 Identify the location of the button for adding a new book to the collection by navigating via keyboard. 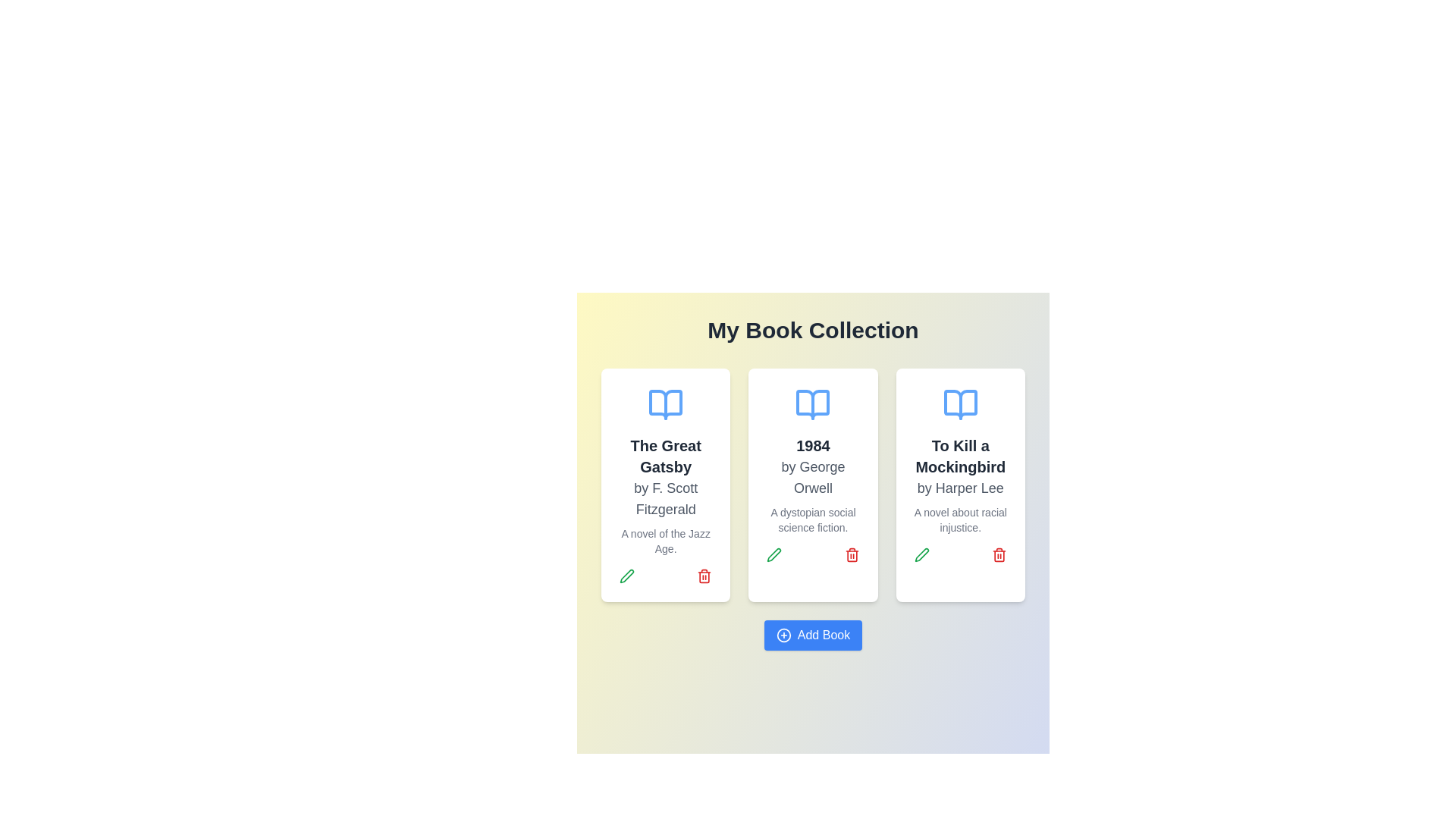
(812, 635).